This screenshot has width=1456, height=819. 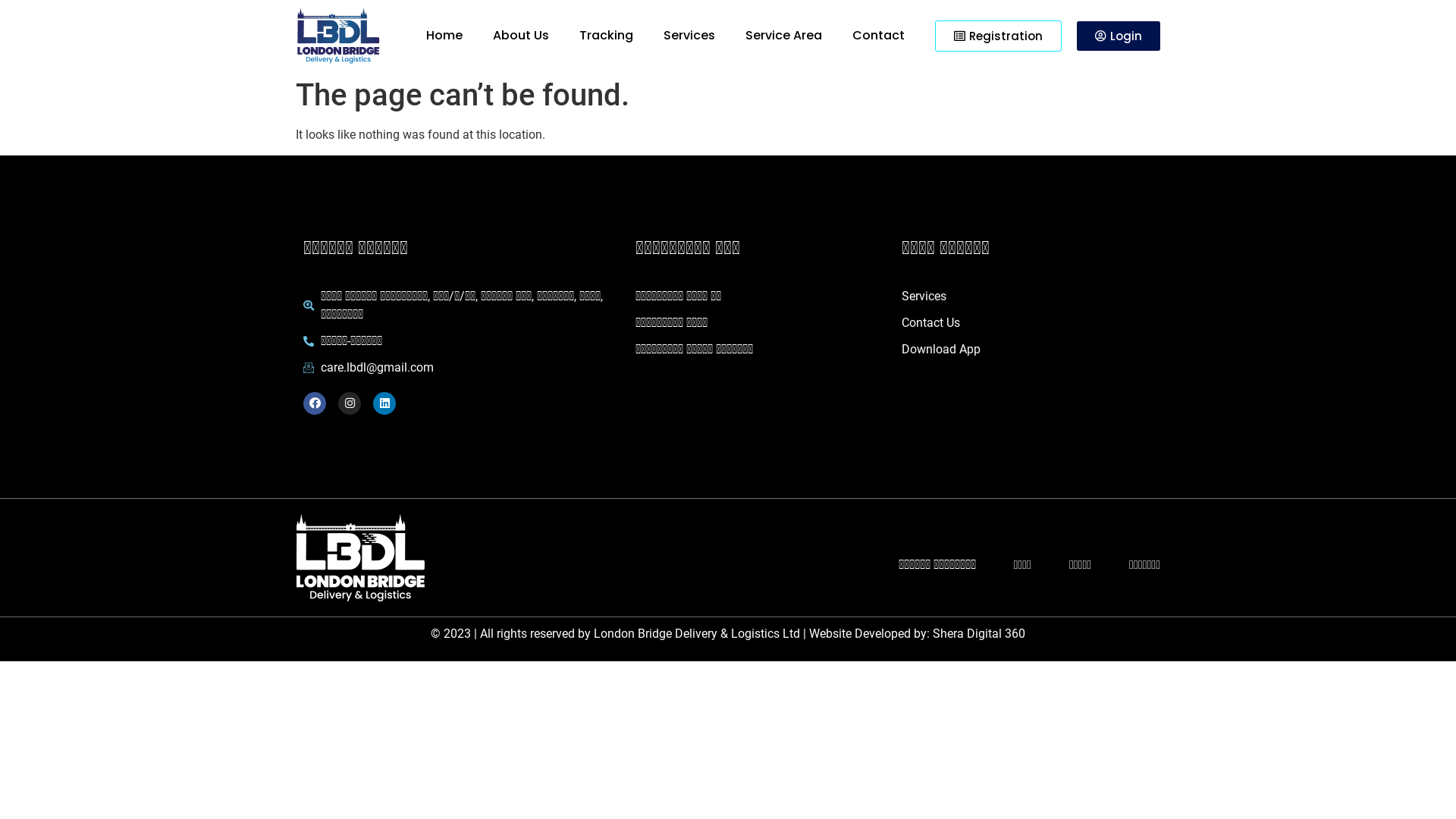 I want to click on 'Contact Us', so click(x=902, y=322).